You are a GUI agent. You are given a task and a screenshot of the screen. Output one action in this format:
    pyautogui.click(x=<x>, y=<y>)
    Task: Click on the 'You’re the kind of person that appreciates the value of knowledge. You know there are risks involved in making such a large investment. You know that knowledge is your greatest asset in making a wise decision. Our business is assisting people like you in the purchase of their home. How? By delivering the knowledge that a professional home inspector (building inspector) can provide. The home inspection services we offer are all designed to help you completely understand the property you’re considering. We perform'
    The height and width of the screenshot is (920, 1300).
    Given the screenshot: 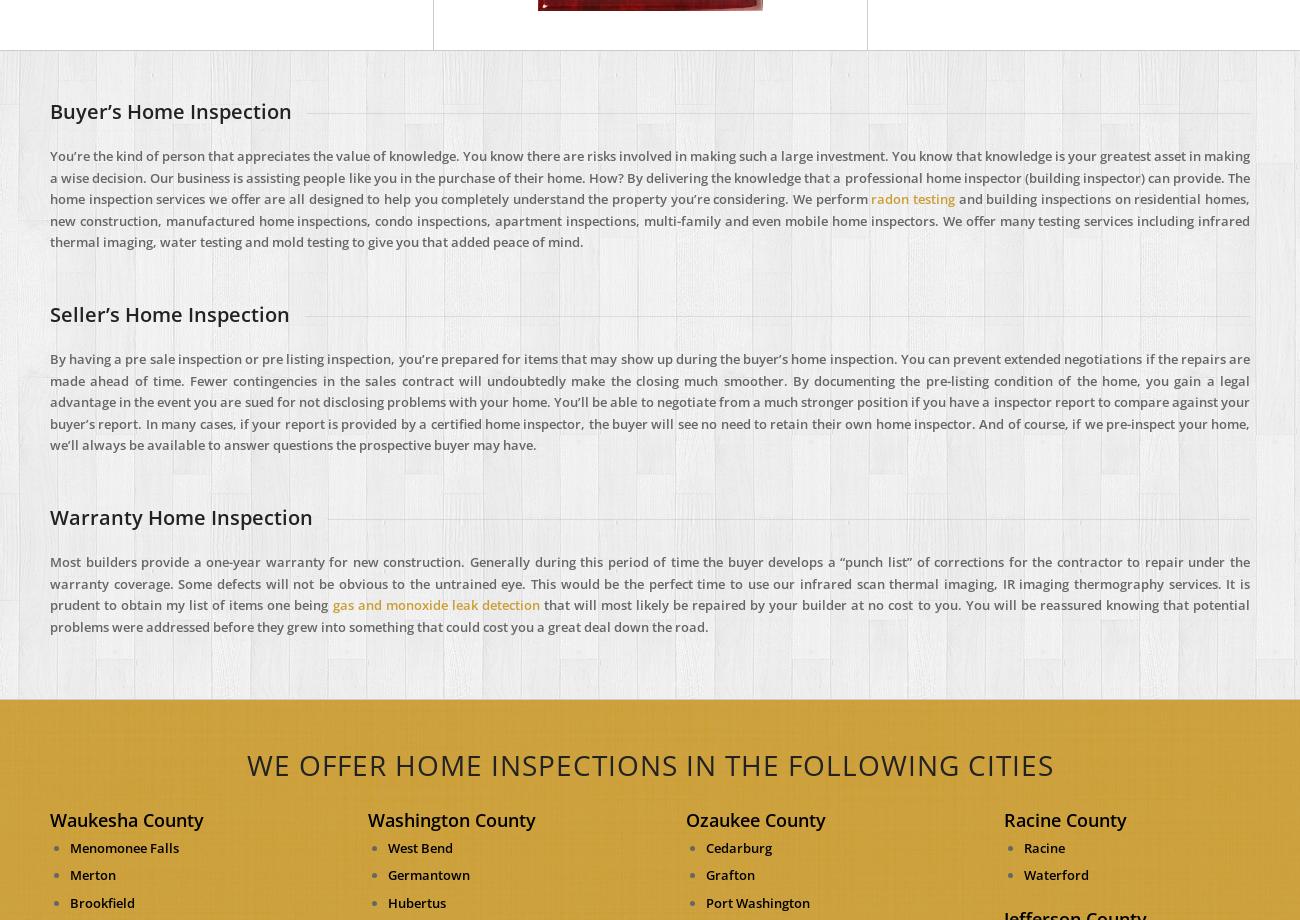 What is the action you would take?
    pyautogui.click(x=650, y=176)
    